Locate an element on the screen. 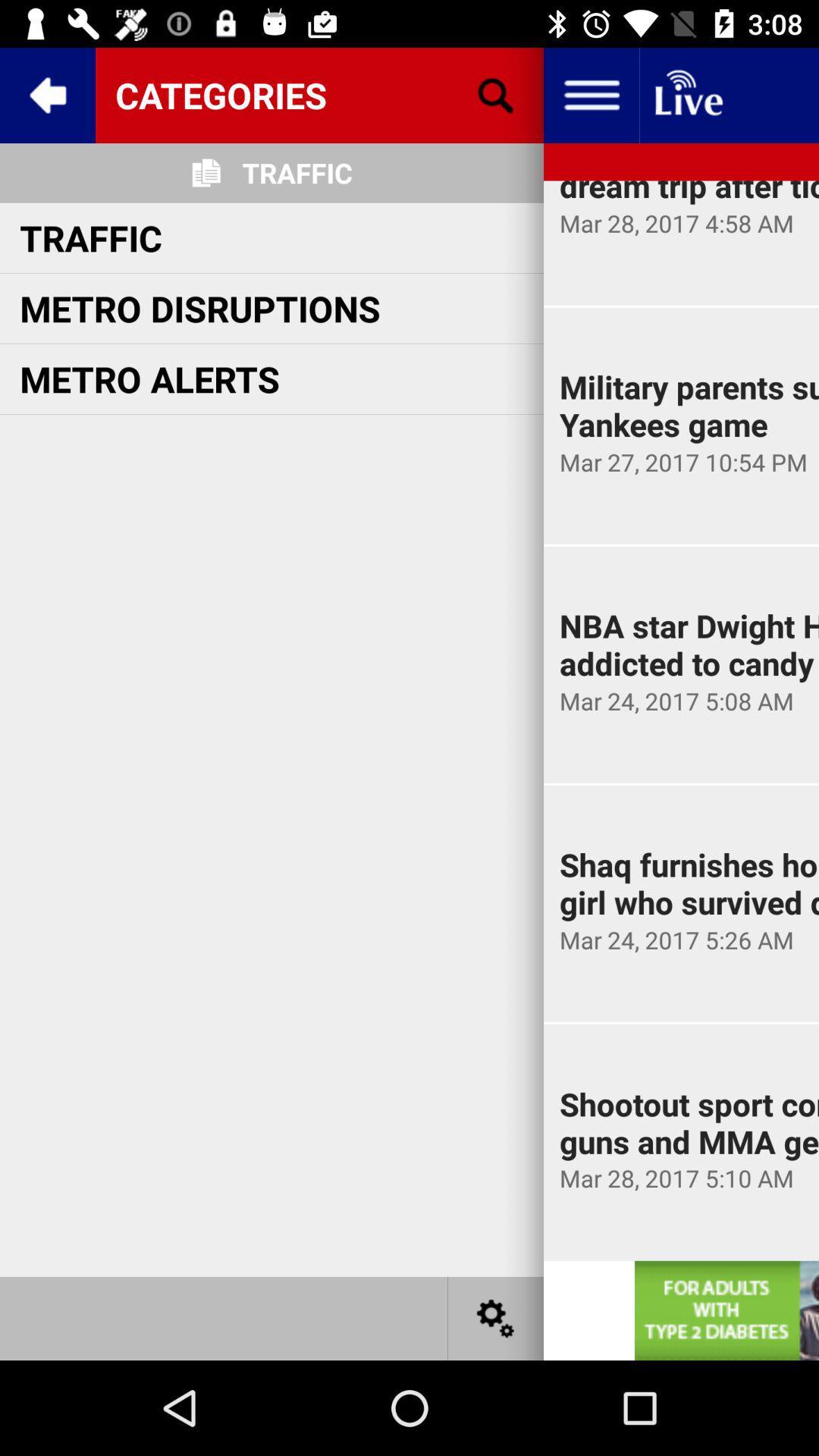 This screenshot has height=1456, width=819. the search icon is located at coordinates (496, 94).